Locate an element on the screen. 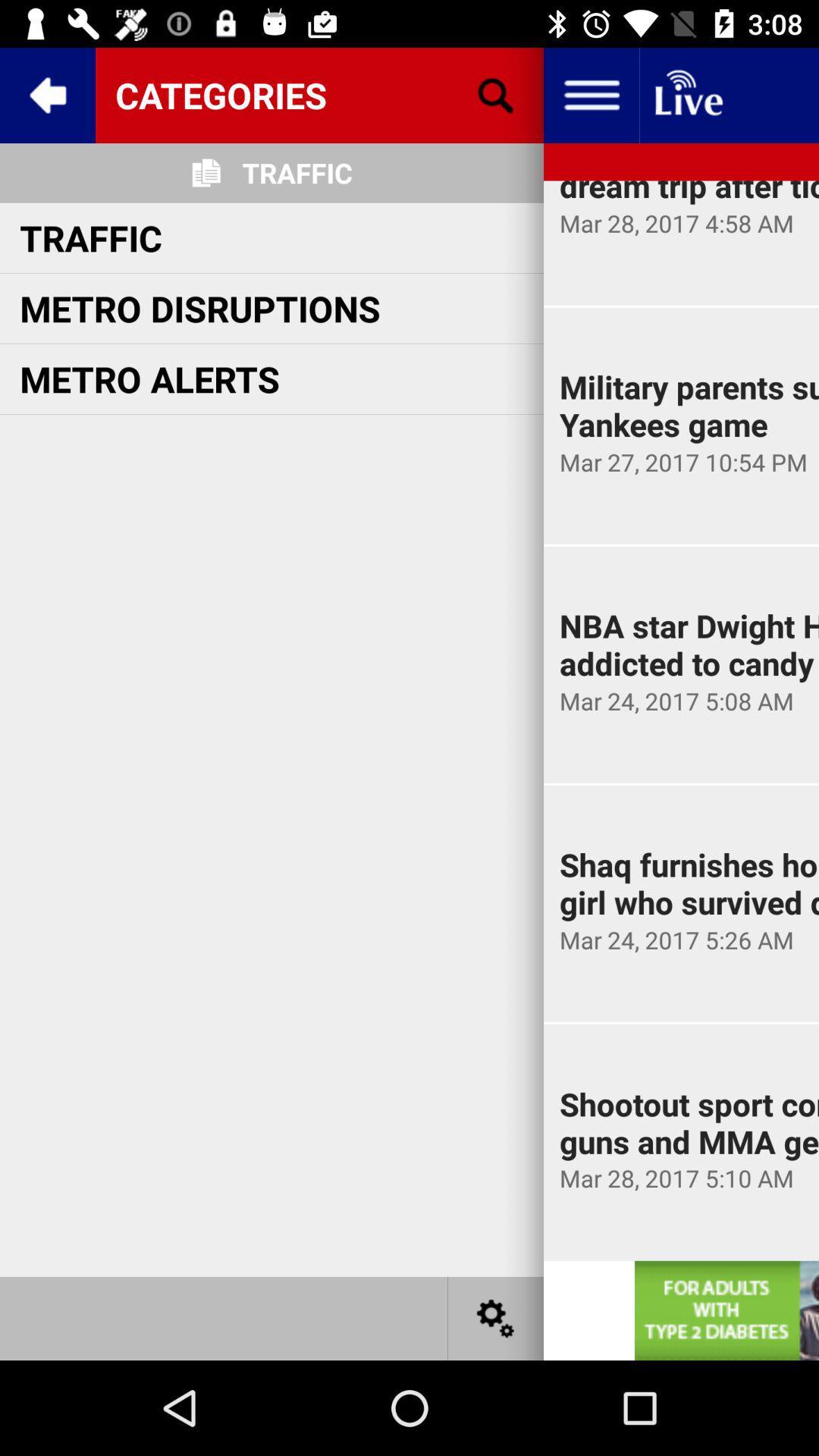 This screenshot has height=1456, width=819. the search icon is located at coordinates (496, 94).